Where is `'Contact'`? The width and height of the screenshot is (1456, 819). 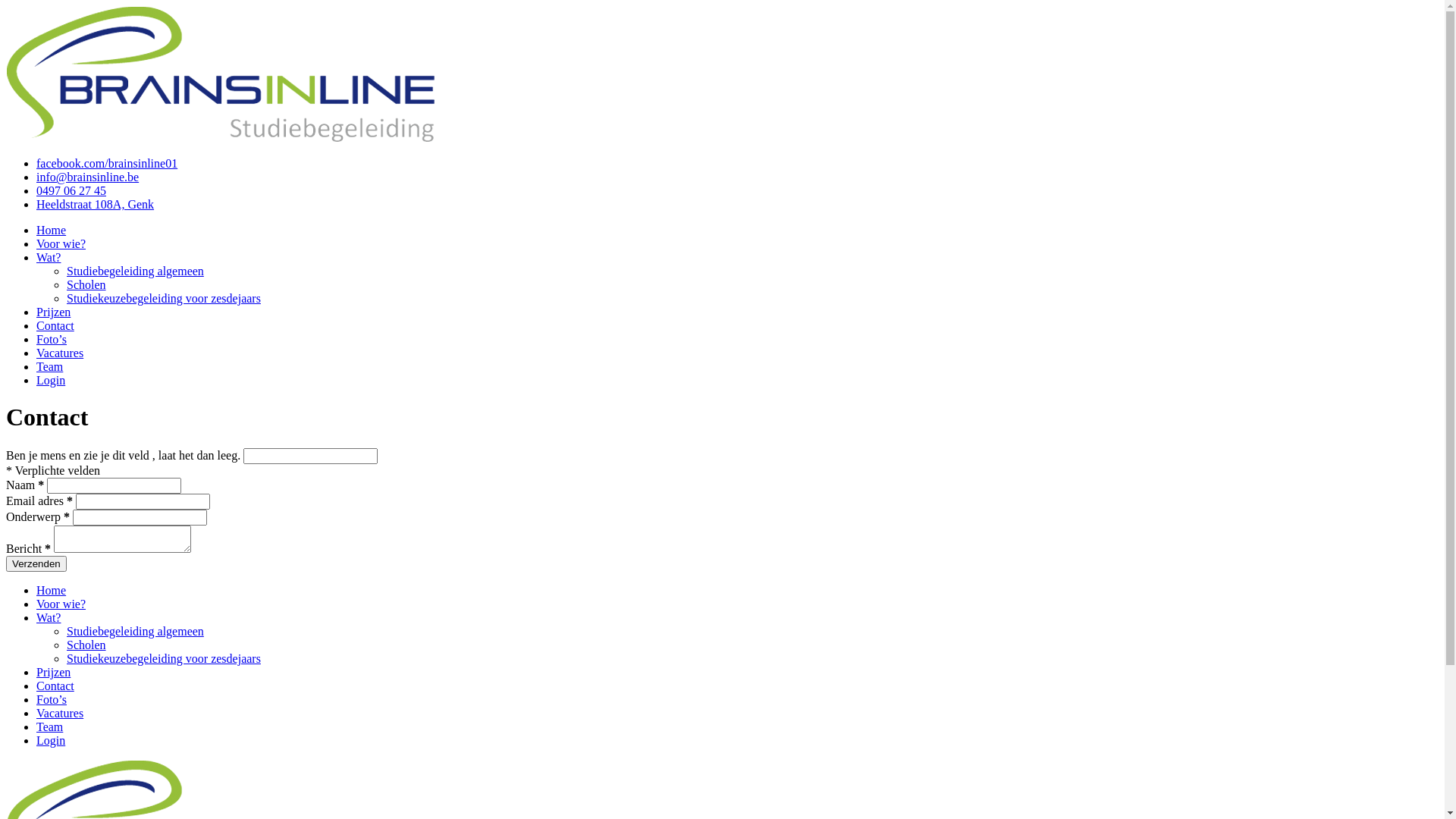
'Contact' is located at coordinates (55, 686).